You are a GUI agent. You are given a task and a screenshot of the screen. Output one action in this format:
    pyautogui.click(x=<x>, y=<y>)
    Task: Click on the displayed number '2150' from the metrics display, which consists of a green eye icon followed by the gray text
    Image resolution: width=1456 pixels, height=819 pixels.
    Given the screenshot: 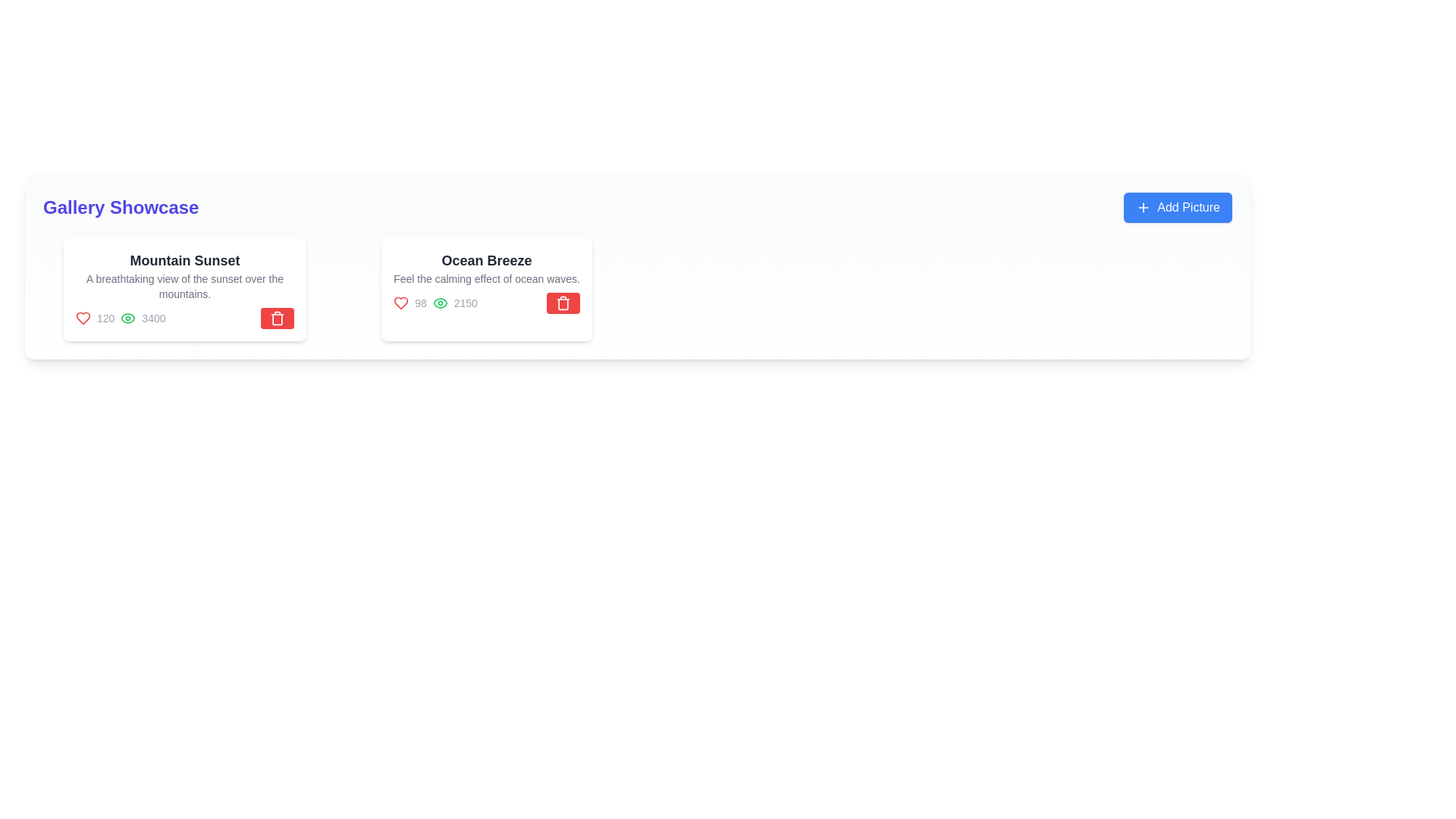 What is the action you would take?
    pyautogui.click(x=435, y=303)
    